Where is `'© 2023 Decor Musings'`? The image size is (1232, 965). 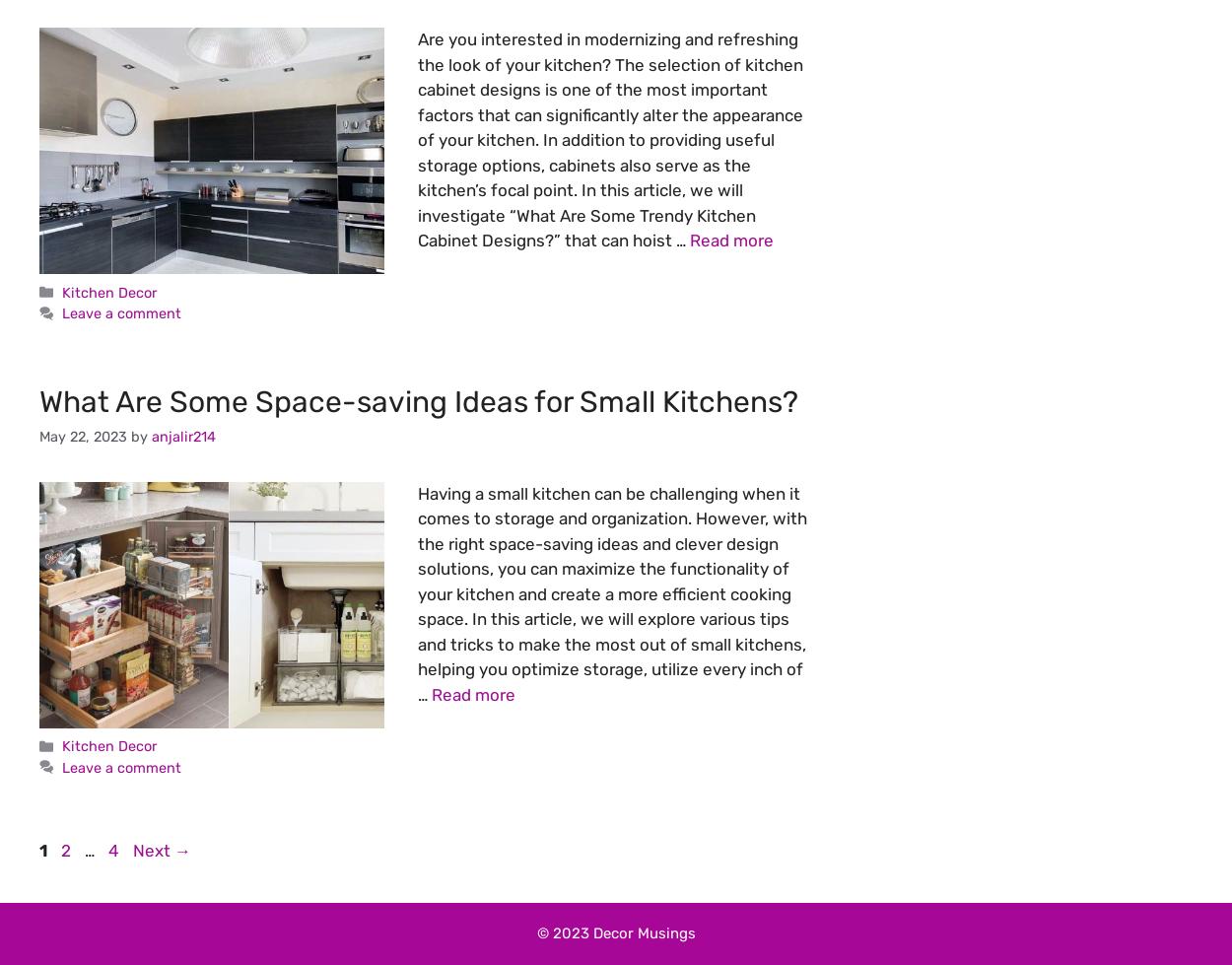 '© 2023 Decor Musings' is located at coordinates (536, 931).